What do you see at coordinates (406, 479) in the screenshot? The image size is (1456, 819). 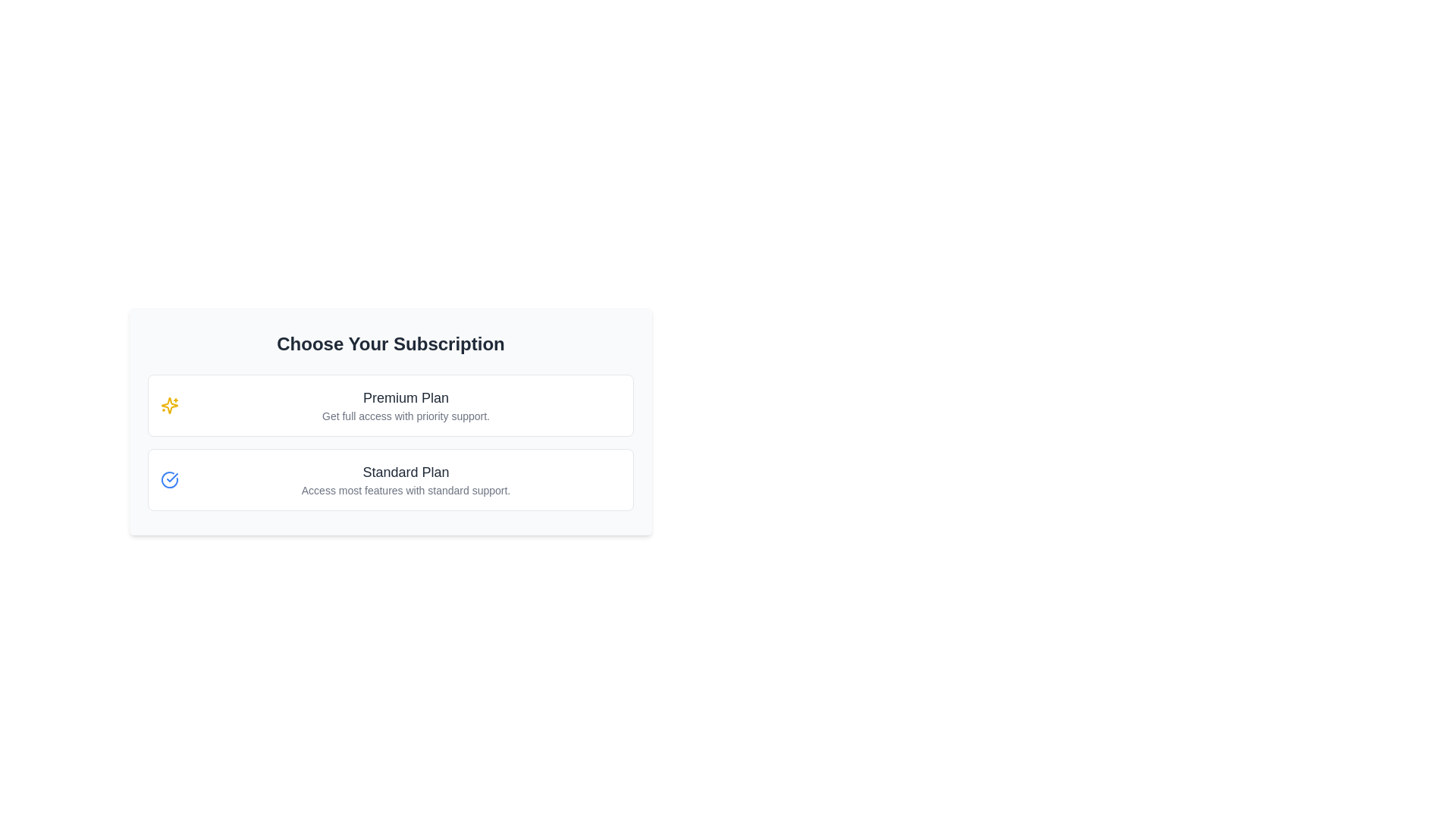 I see `the Informational text element for the Standard Plan subscription option located below the Premium Plan` at bounding box center [406, 479].